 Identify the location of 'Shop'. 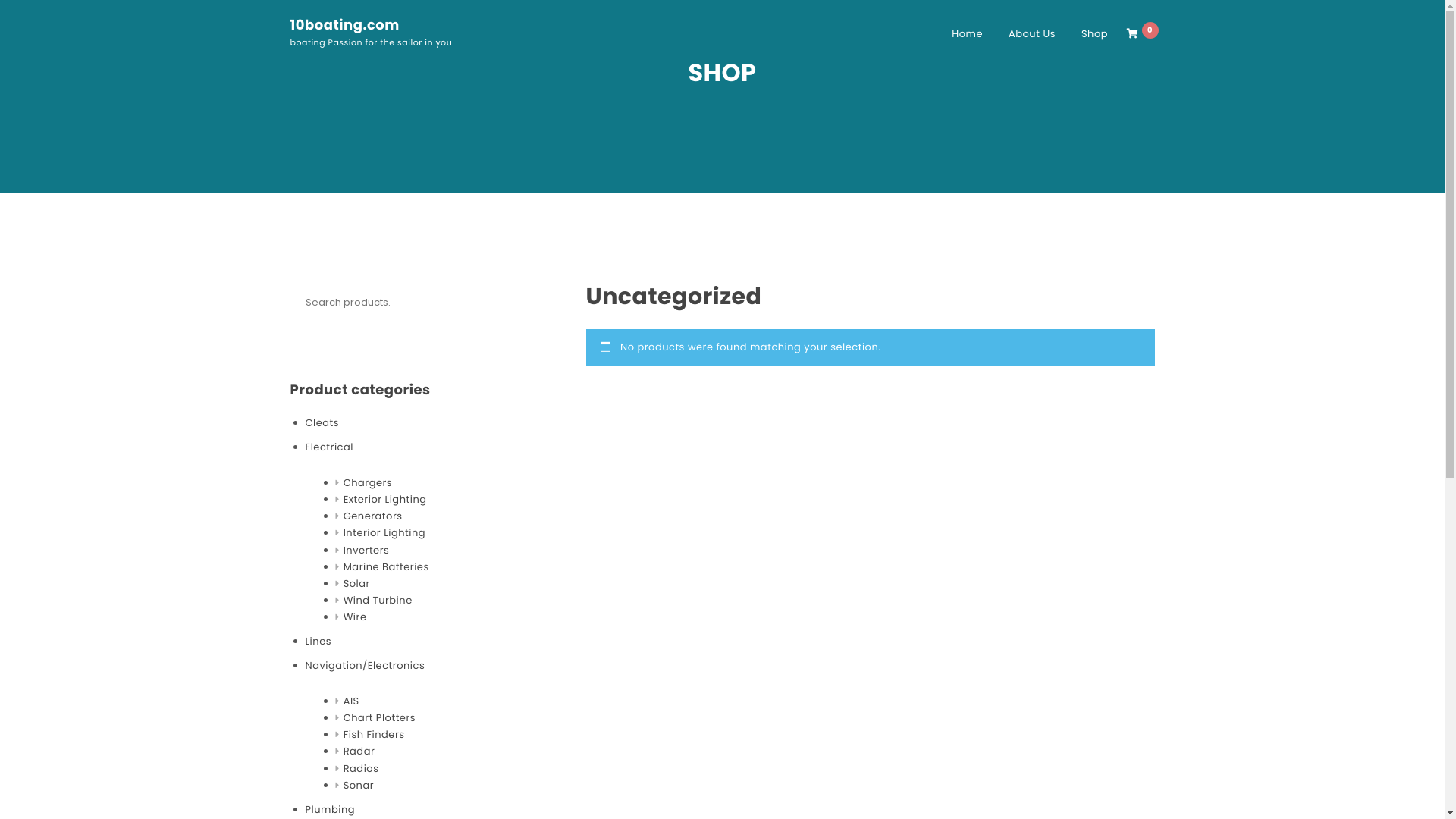
(1094, 34).